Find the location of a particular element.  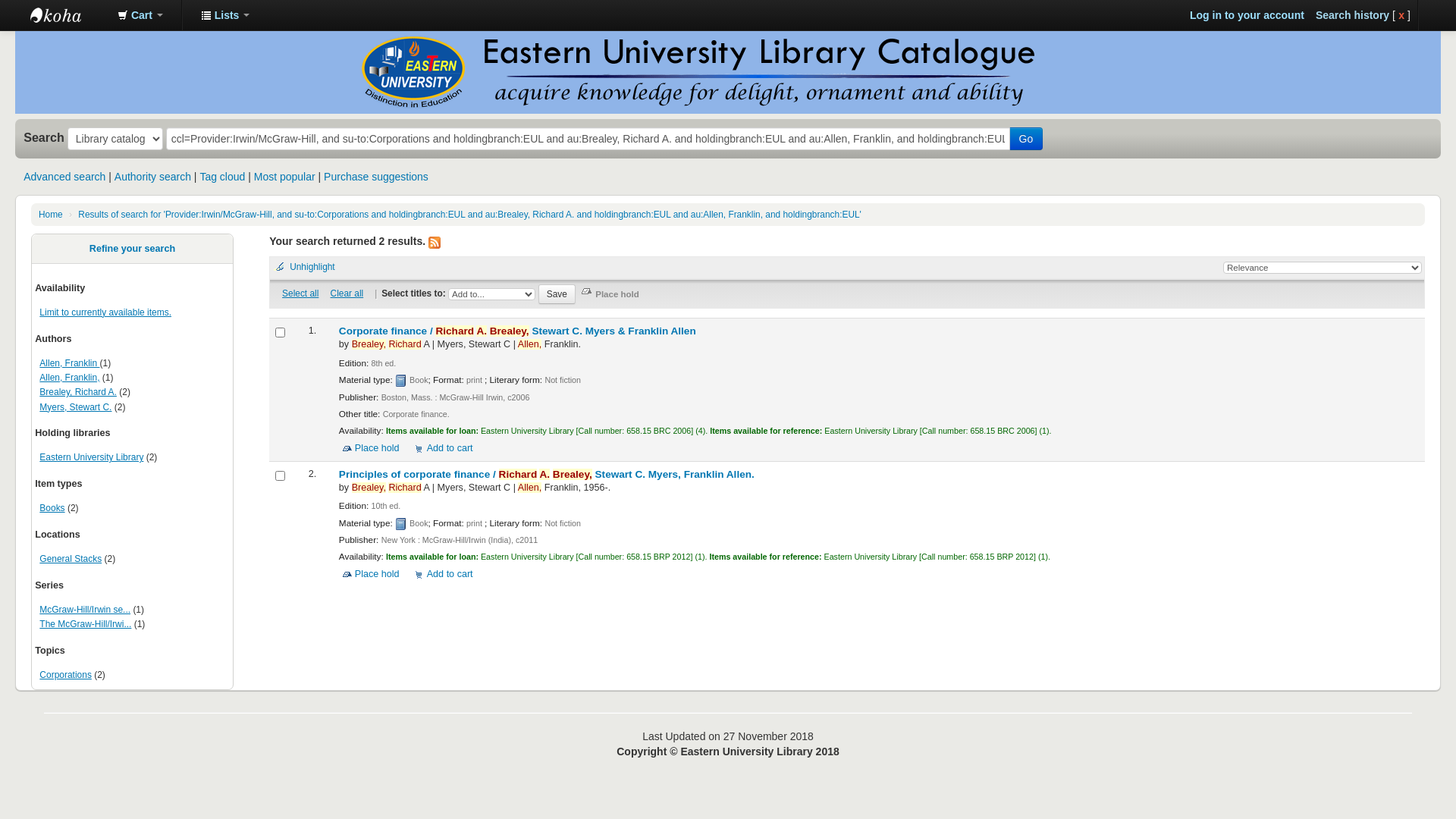

'Brealey, Richard A.' is located at coordinates (77, 391).